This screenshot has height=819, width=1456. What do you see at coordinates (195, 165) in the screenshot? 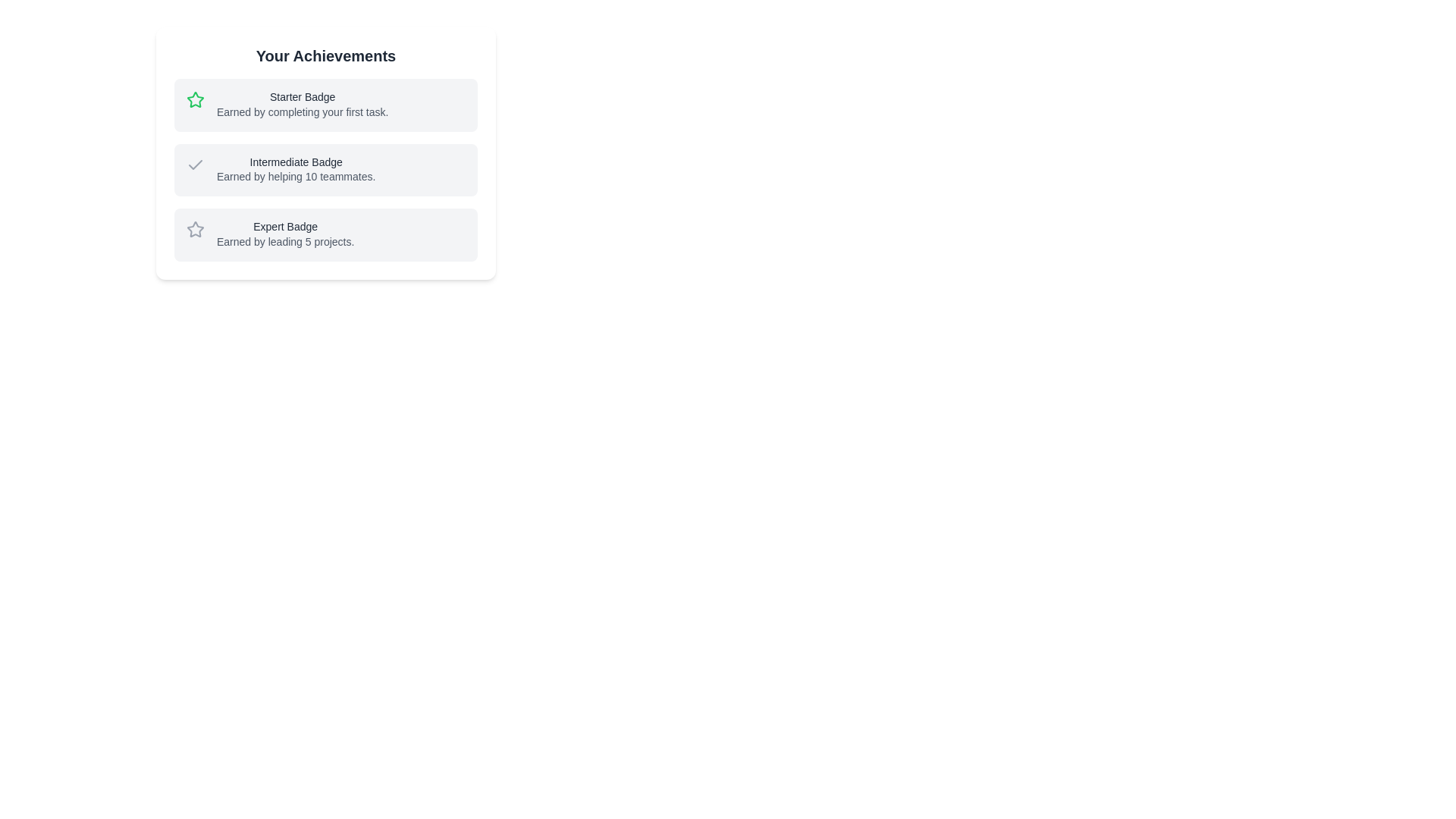
I see `the checkmark icon that indicates the 'Intermediate Badge', which is located to the left of the text 'Earned by helping 10 teammates'` at bounding box center [195, 165].